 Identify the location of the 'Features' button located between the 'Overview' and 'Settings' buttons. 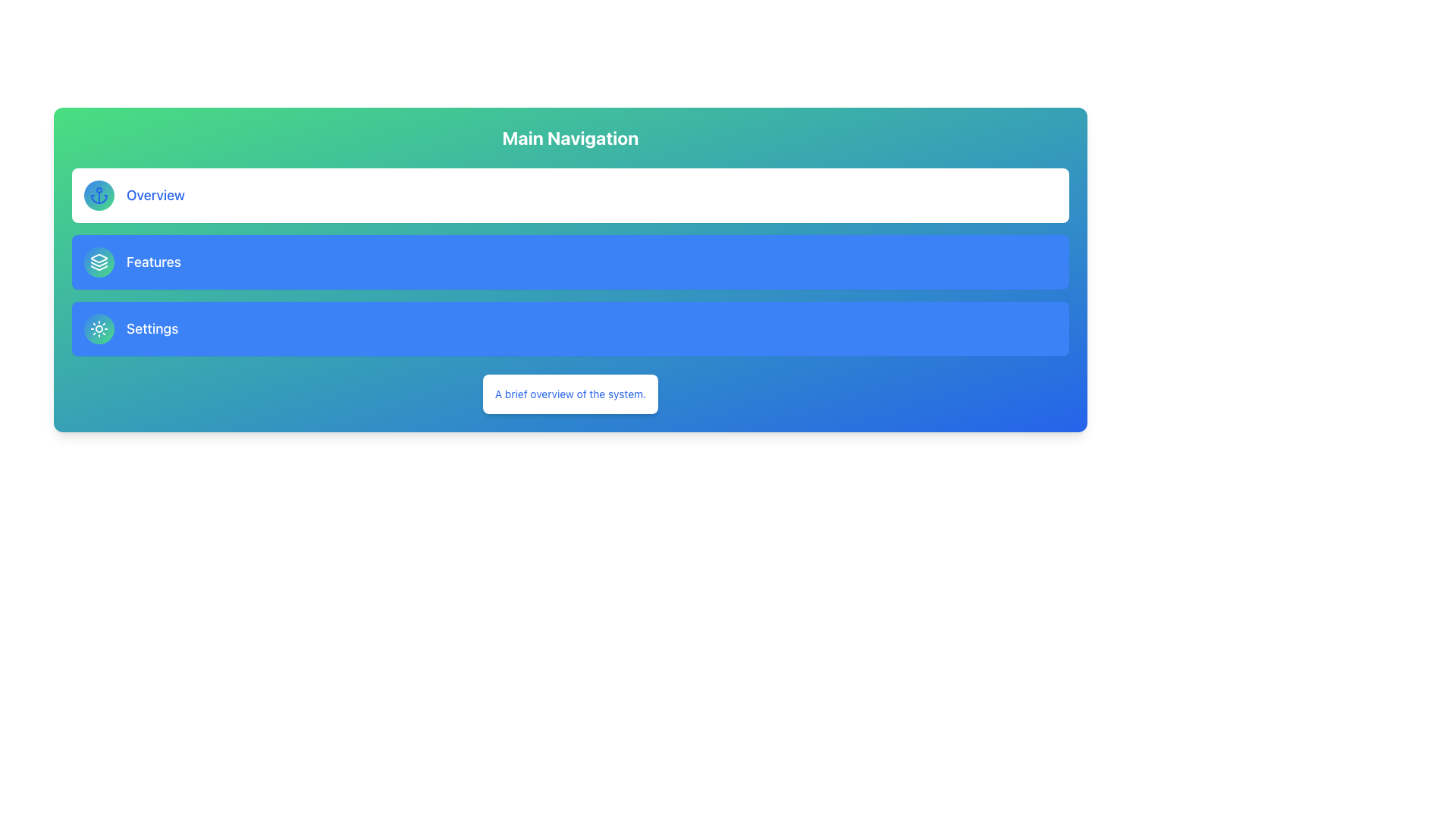
(570, 262).